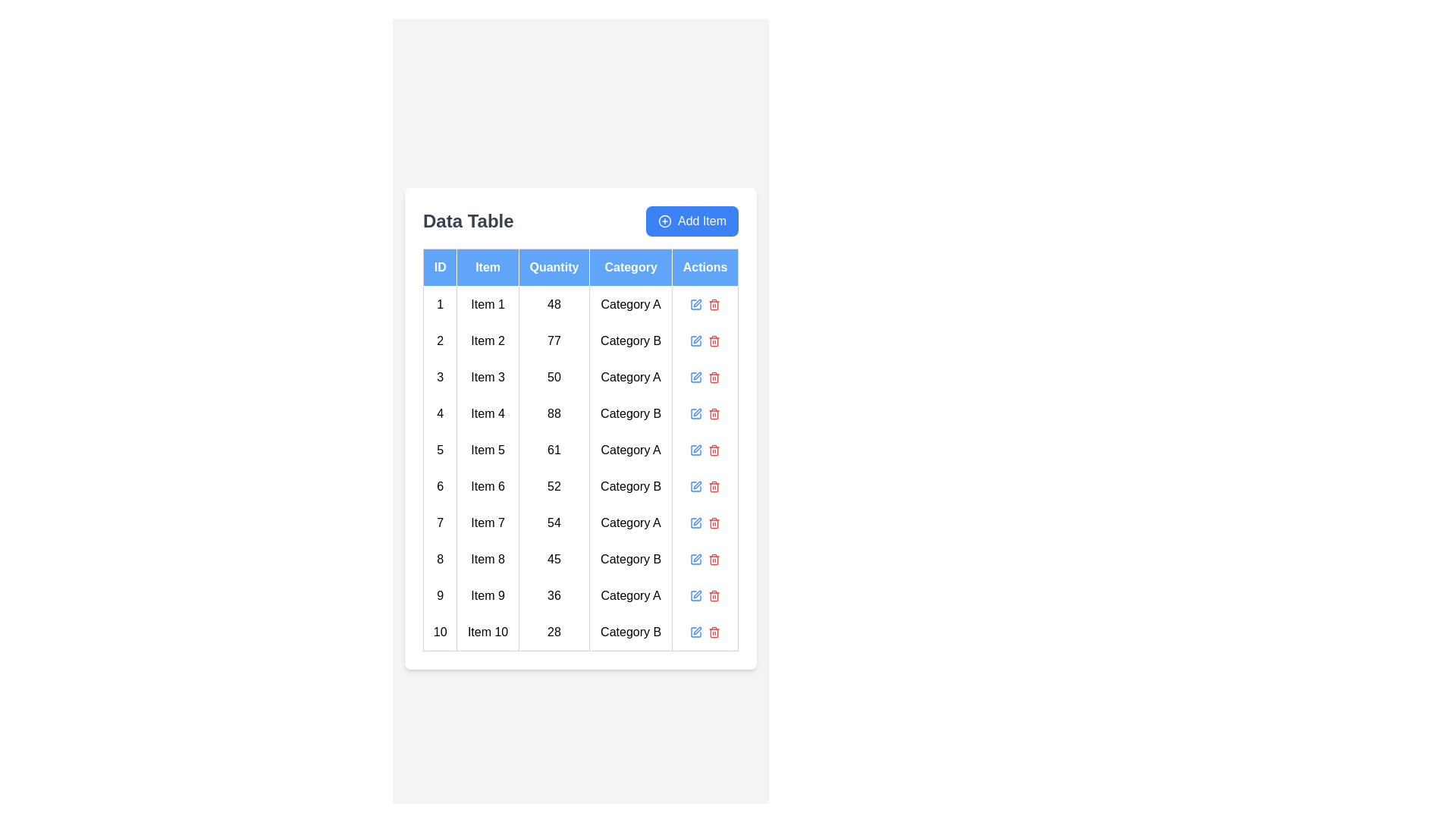  What do you see at coordinates (697, 557) in the screenshot?
I see `the edit icon button in the last row of the data table under the 'Actions' column` at bounding box center [697, 557].